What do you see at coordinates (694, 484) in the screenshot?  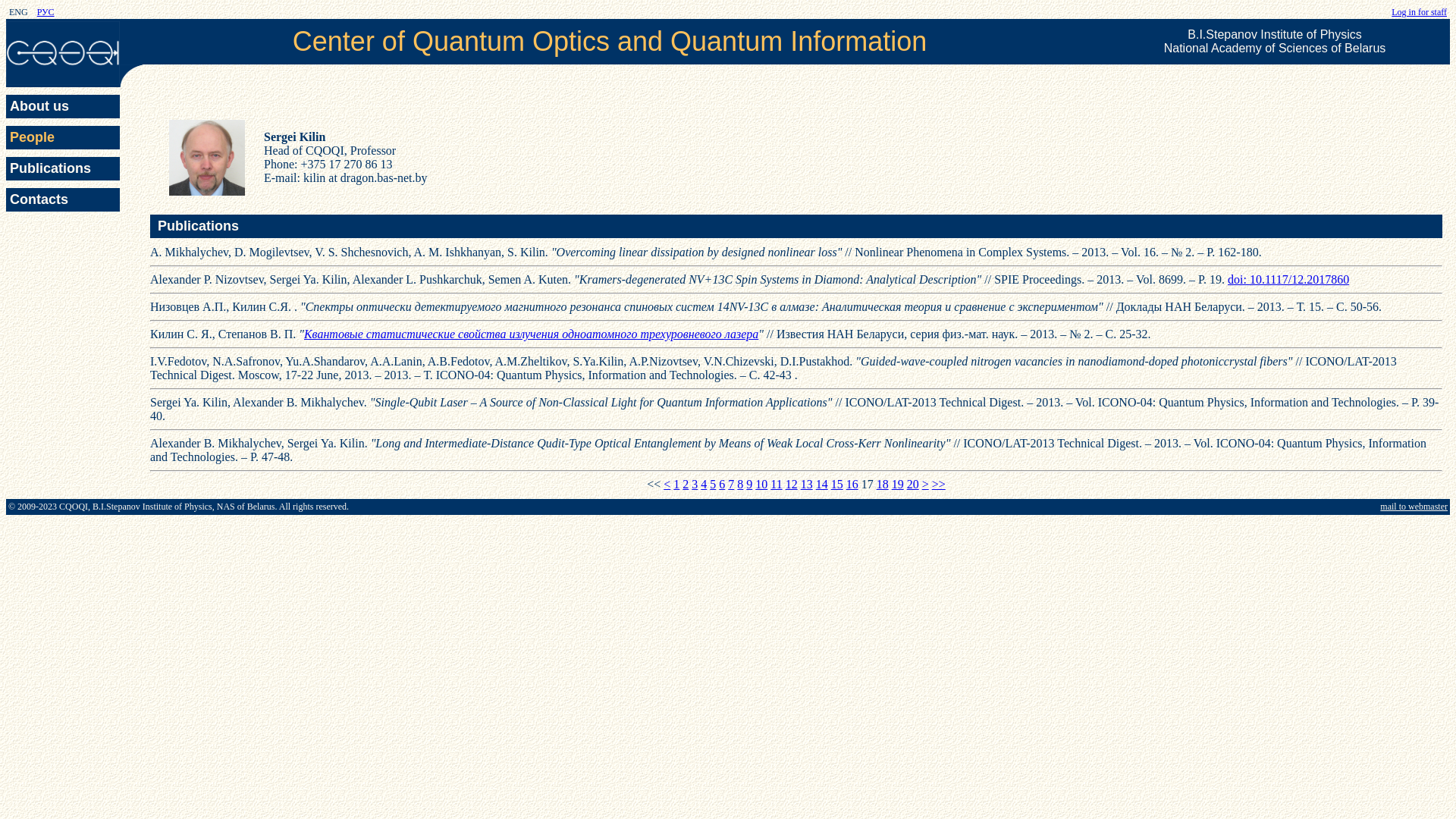 I see `'3'` at bounding box center [694, 484].